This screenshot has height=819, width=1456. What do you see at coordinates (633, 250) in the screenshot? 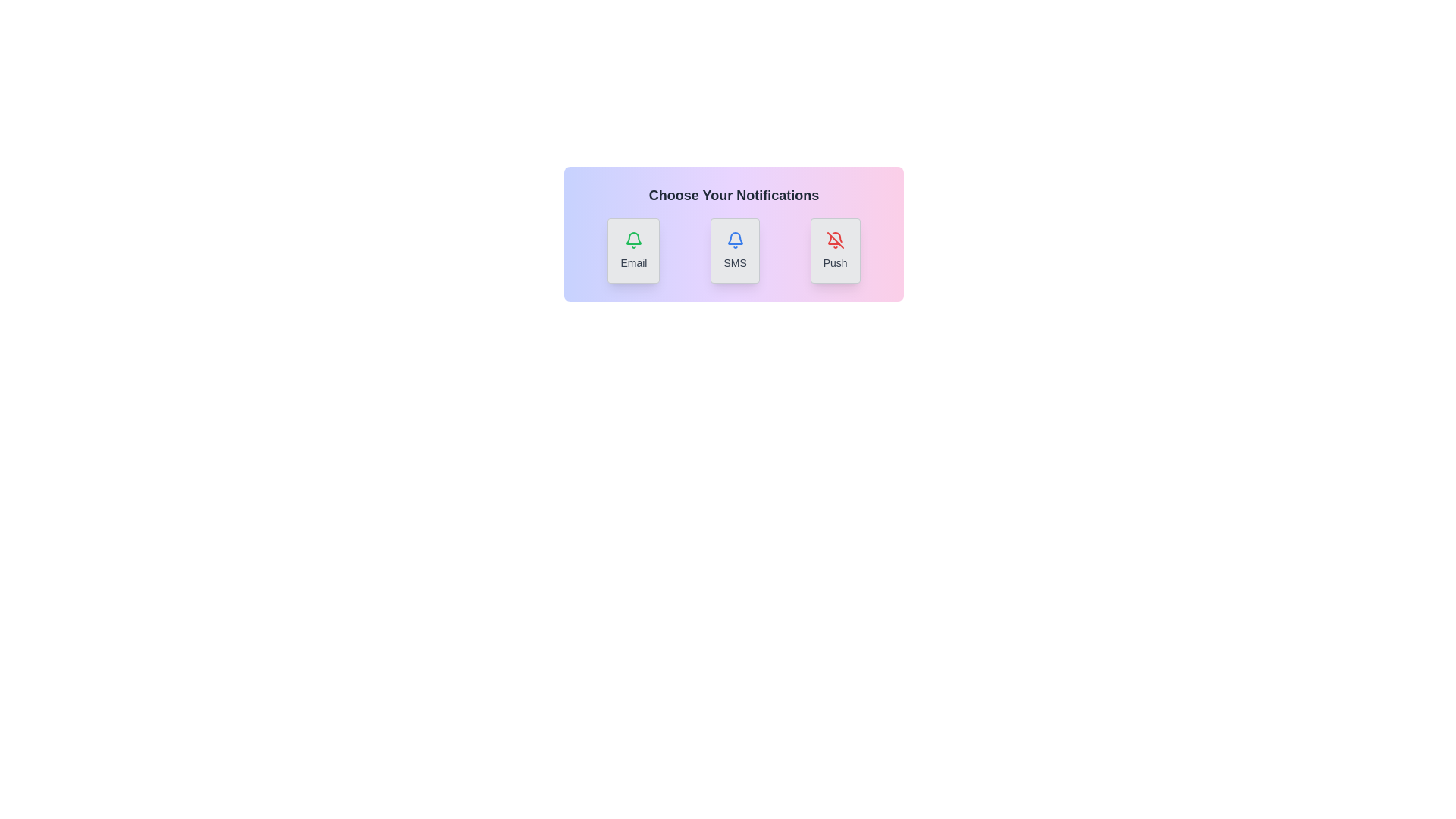
I see `the visual indicator for Email` at bounding box center [633, 250].